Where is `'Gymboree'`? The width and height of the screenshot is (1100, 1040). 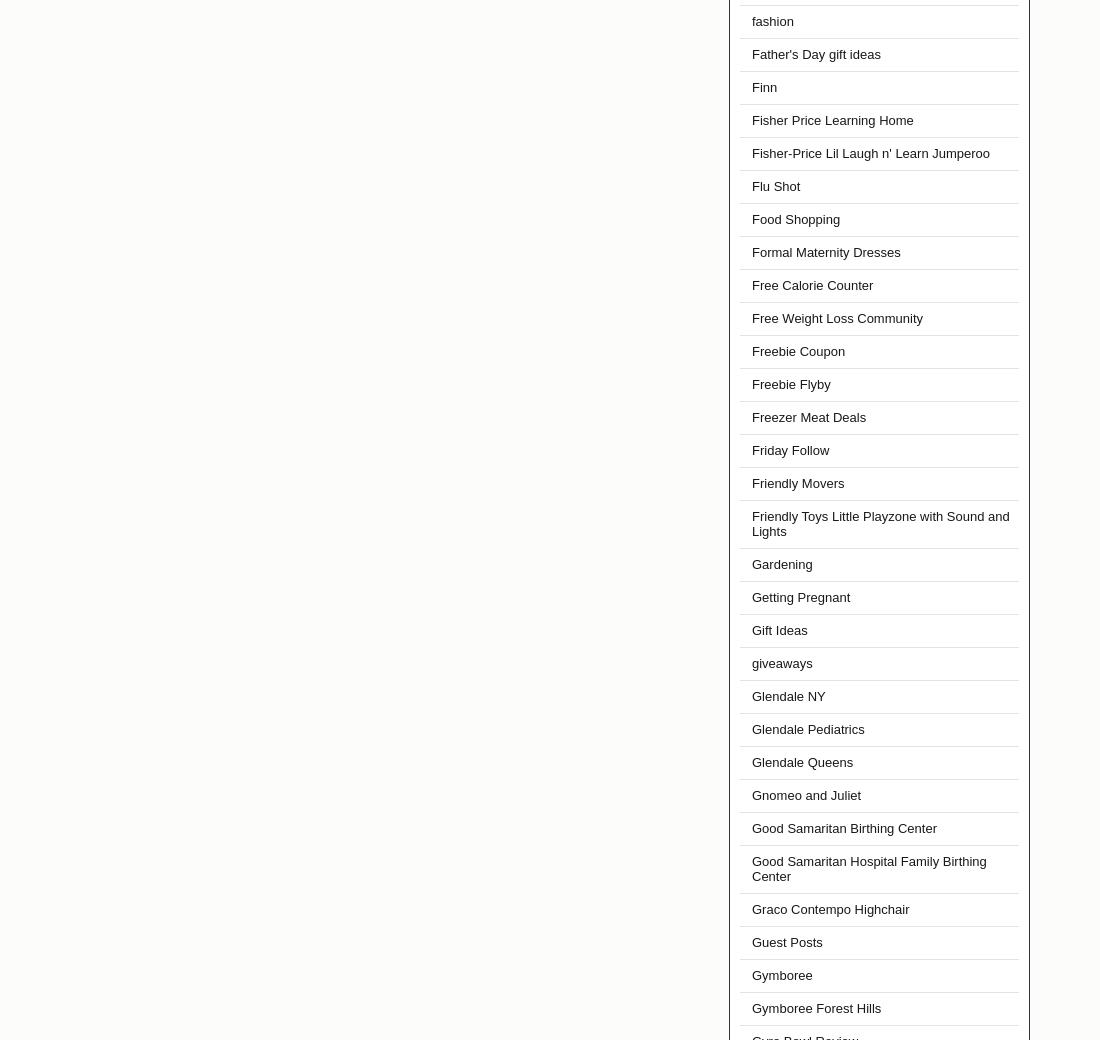 'Gymboree' is located at coordinates (781, 975).